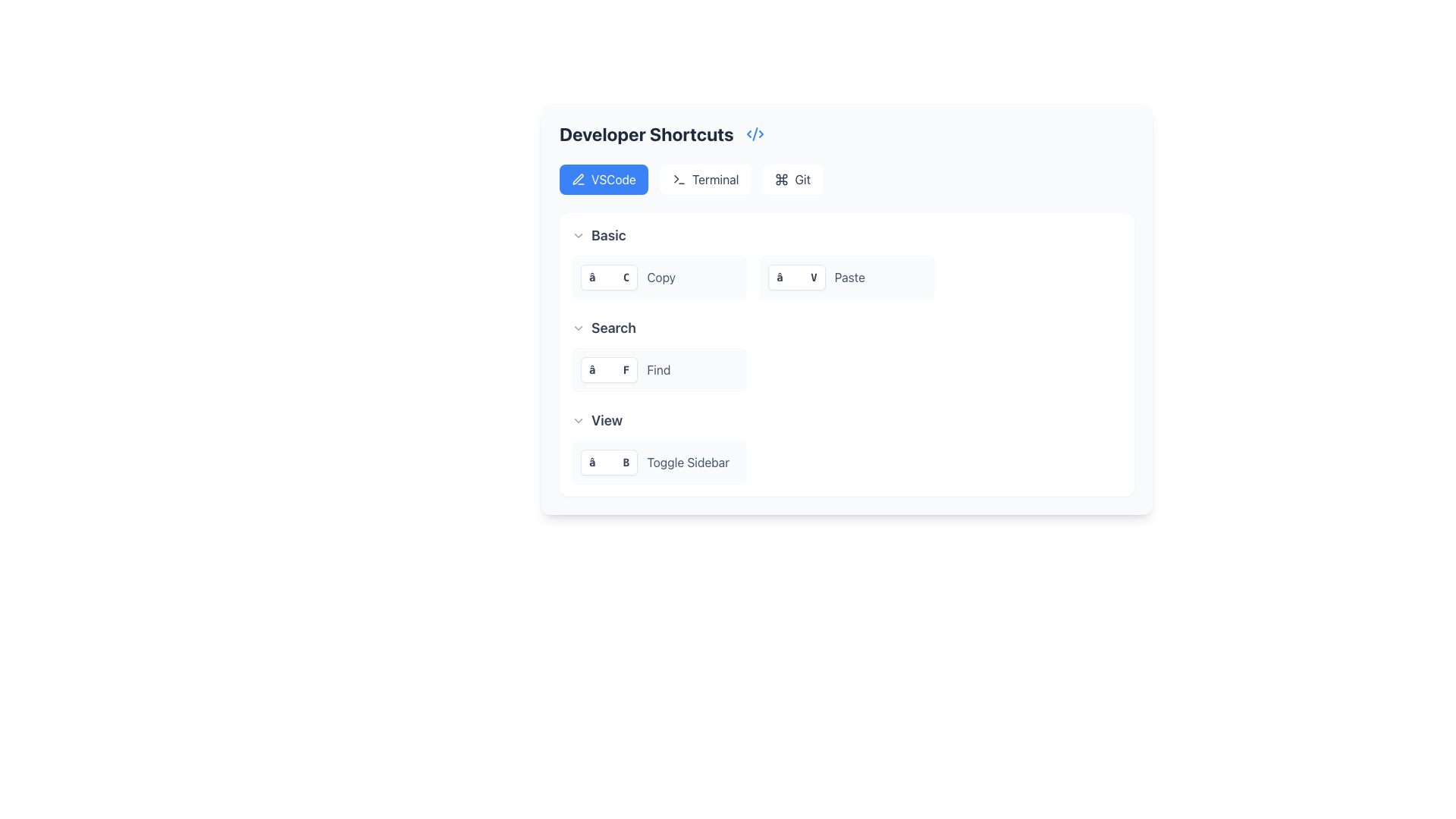  Describe the element at coordinates (658, 370) in the screenshot. I see `the Static Text Label indicating the 'Find' keyboard shortcut (⌘ F) located in the 'Search' section, positioned horizontally beside the keyboard shortcut label` at that location.